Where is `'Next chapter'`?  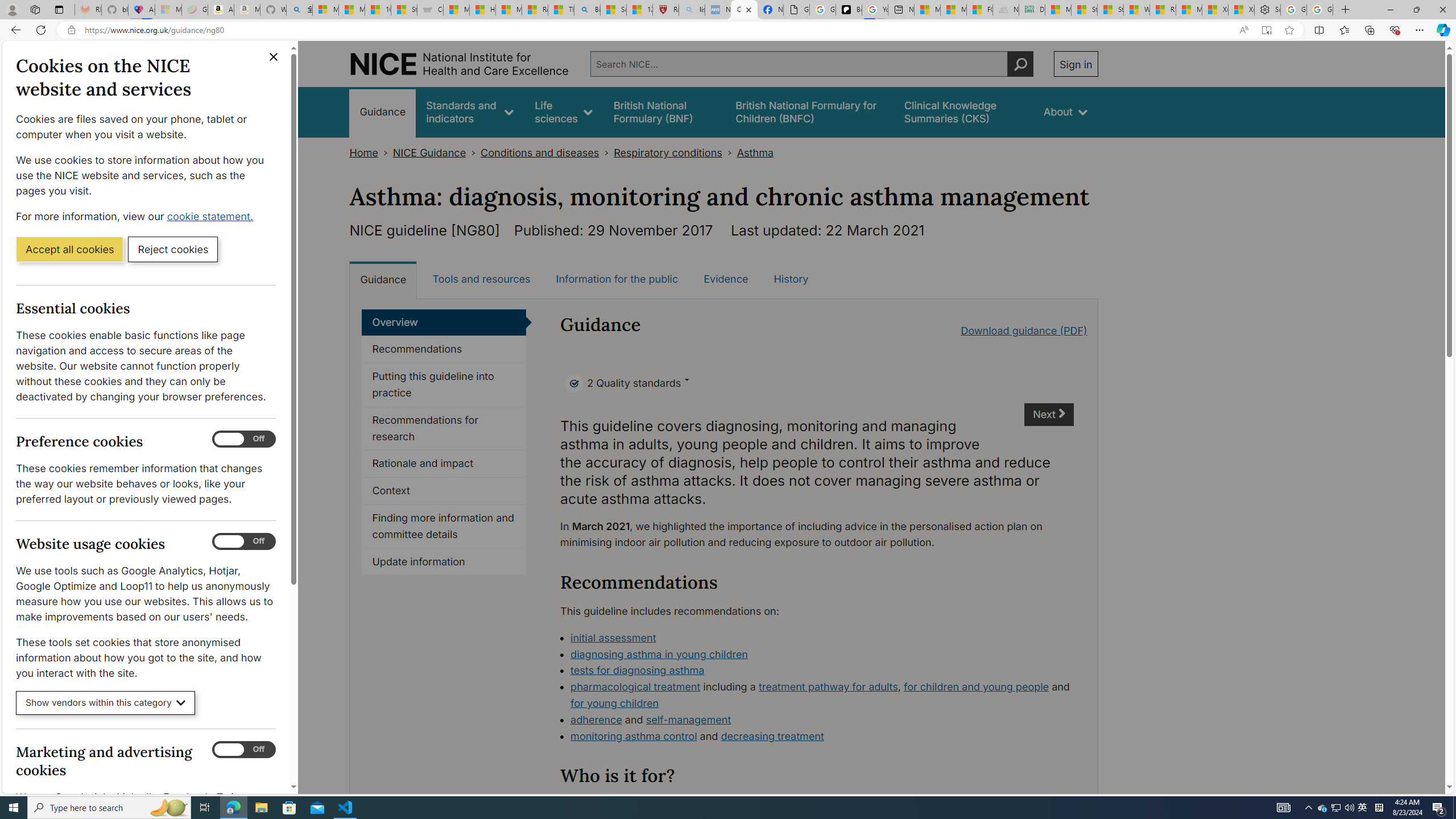 'Next chapter' is located at coordinates (1049, 414).